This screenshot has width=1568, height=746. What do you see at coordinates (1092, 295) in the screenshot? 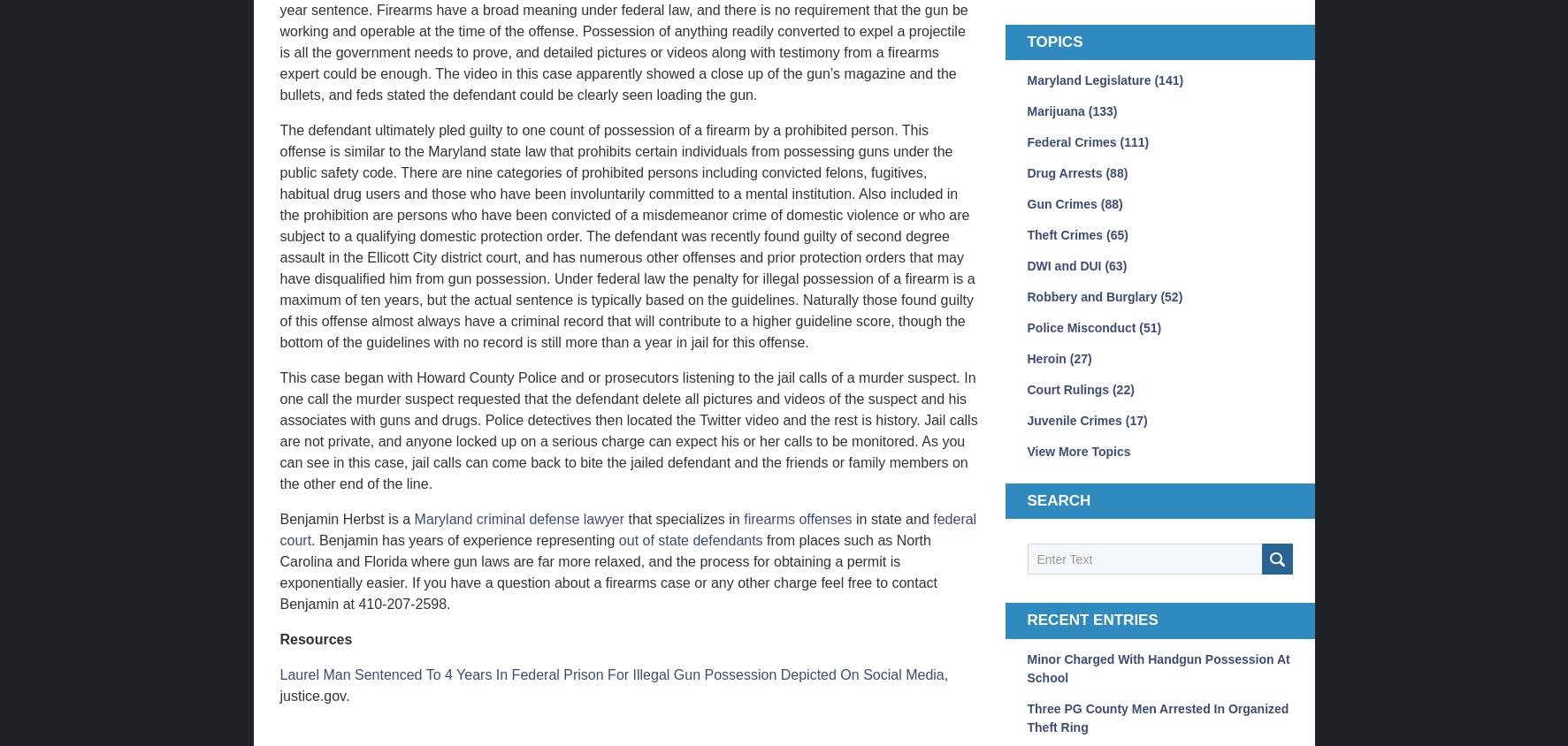
I see `'Robbery and Burglary'` at bounding box center [1092, 295].